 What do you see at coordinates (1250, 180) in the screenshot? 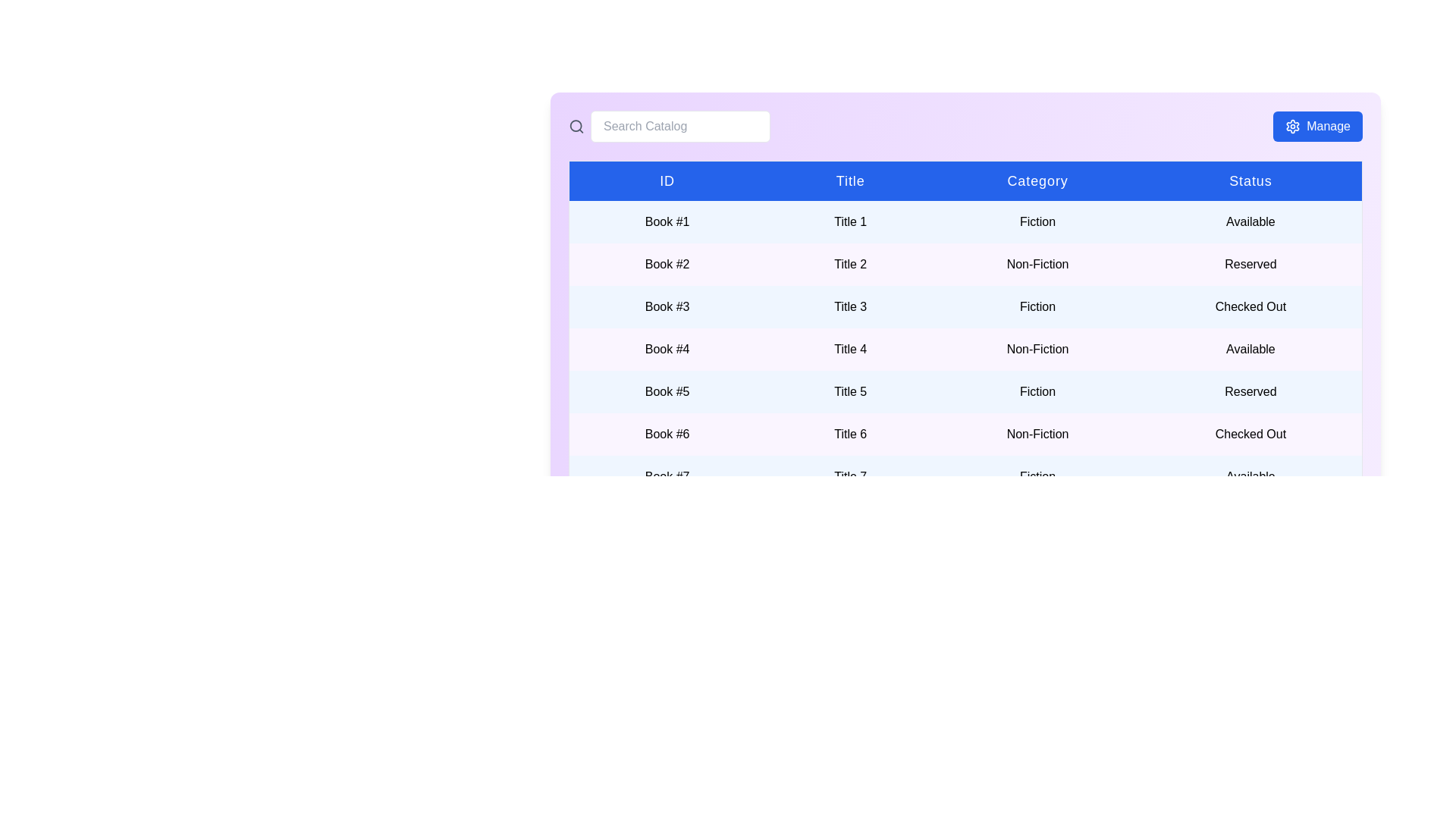
I see `the column header to sort the table by Status` at bounding box center [1250, 180].